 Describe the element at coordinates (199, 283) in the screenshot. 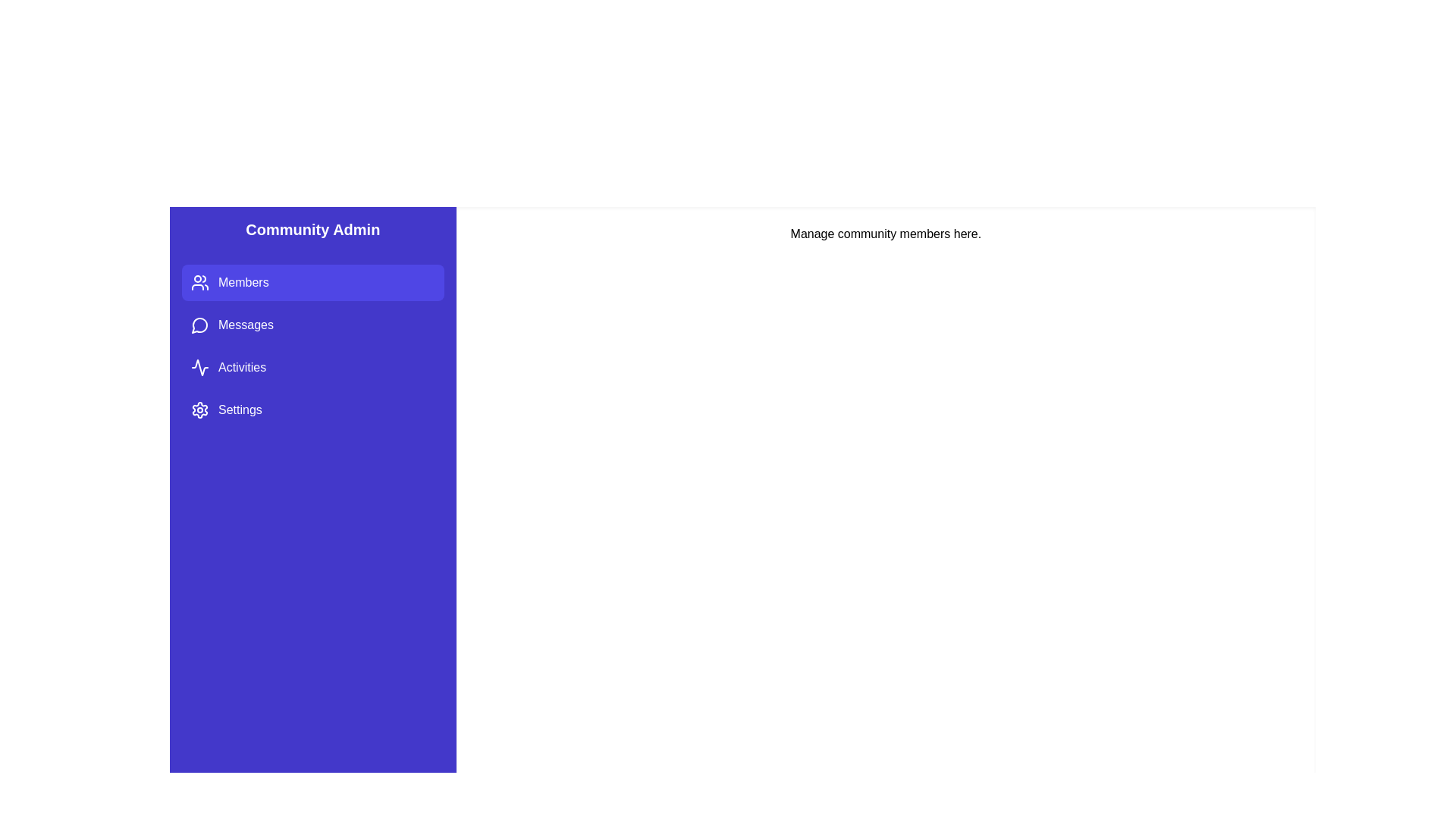

I see `the 'Members' icon, which is a minimalistic vector icon of a group of people located in the left-side navigation panel, above the 'Messages', 'Activities', and 'Settings' icons` at that location.